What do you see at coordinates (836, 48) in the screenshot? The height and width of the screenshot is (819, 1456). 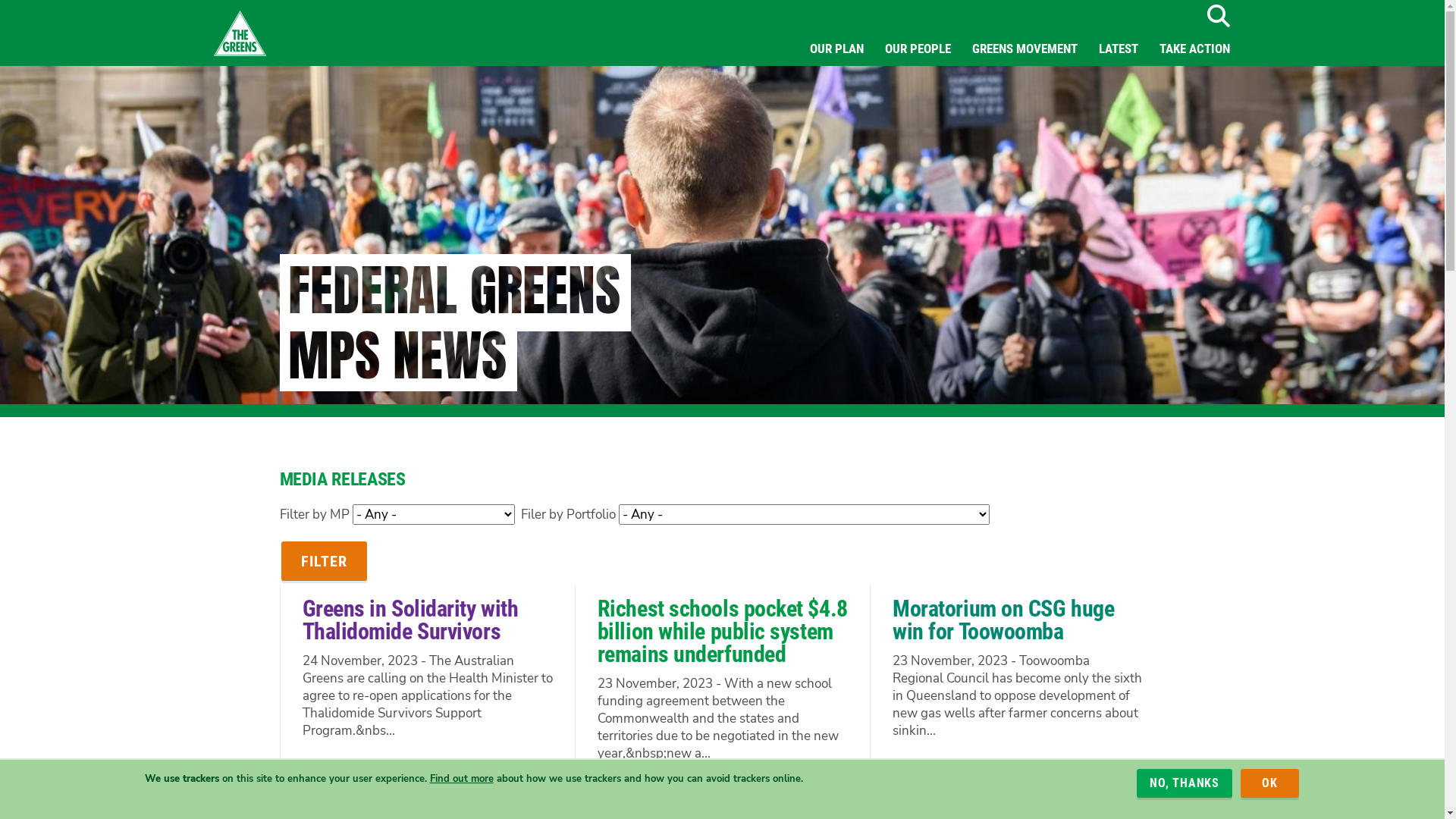 I see `'OUR PLAN'` at bounding box center [836, 48].